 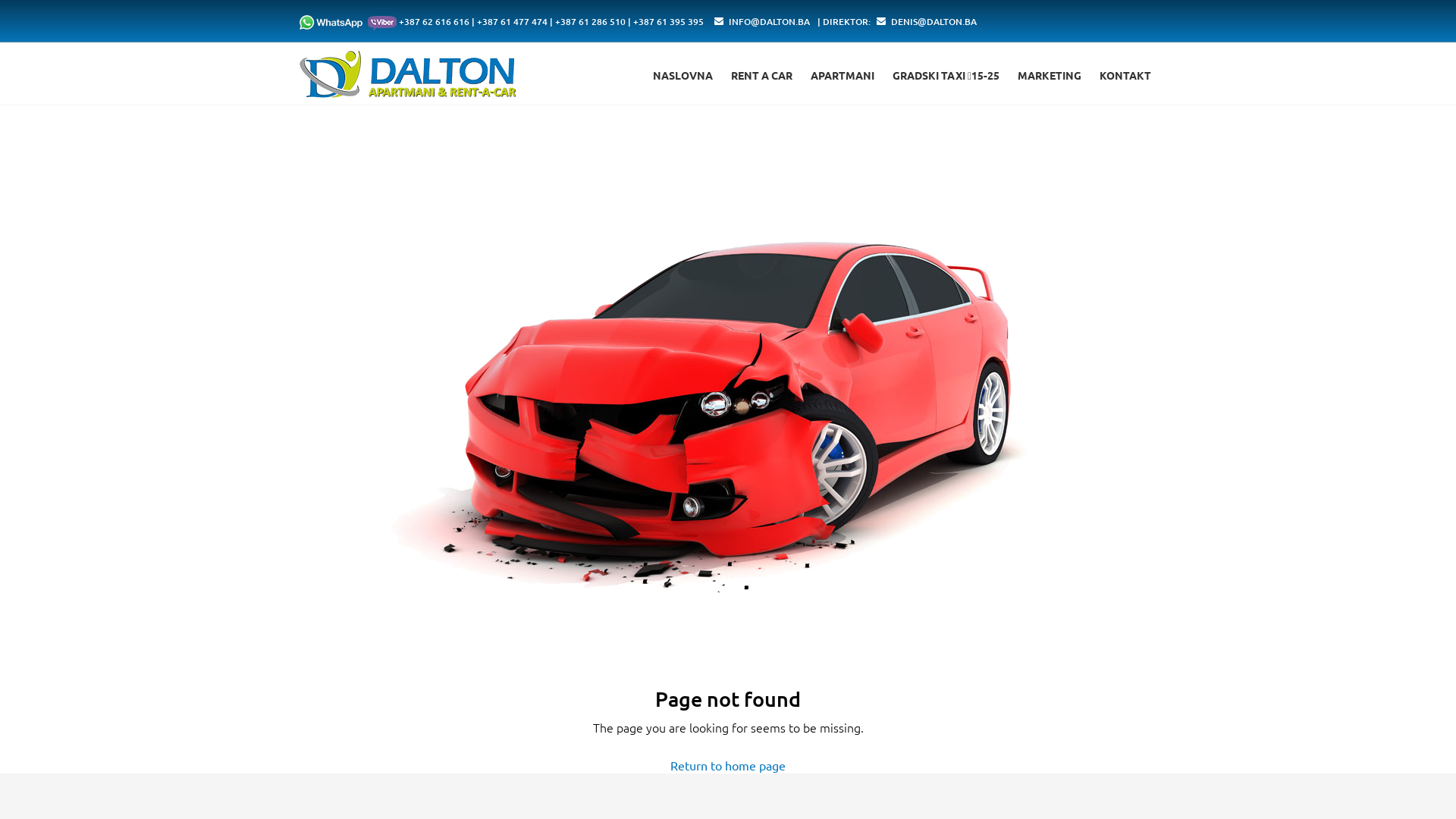 What do you see at coordinates (933, 21) in the screenshot?
I see `'DENIS@DALTON.BA'` at bounding box center [933, 21].